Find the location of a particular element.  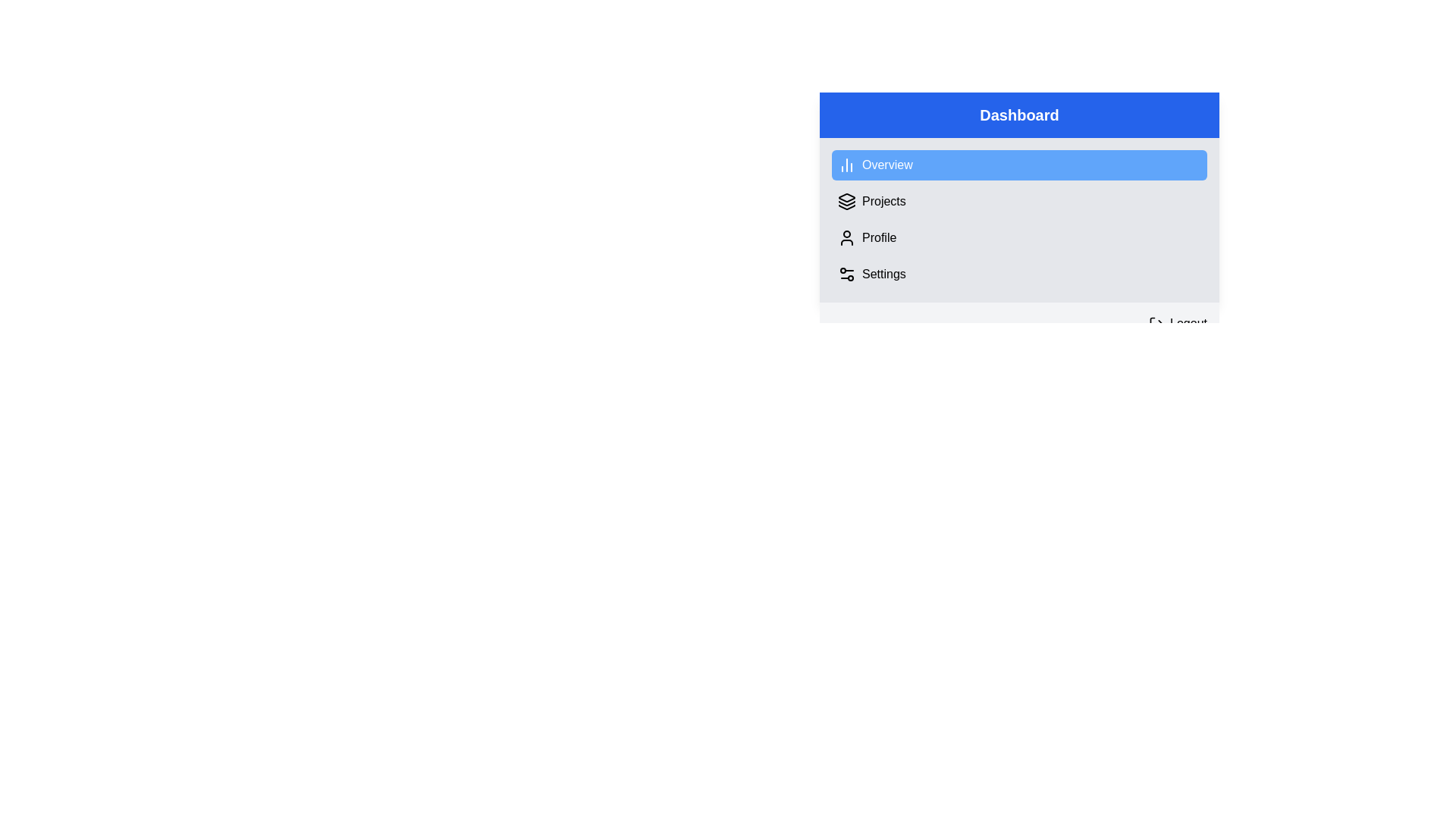

the logout button located at the bottommost row of the sidebar, which has a light gray background and is the final item in the menu is located at coordinates (1019, 322).